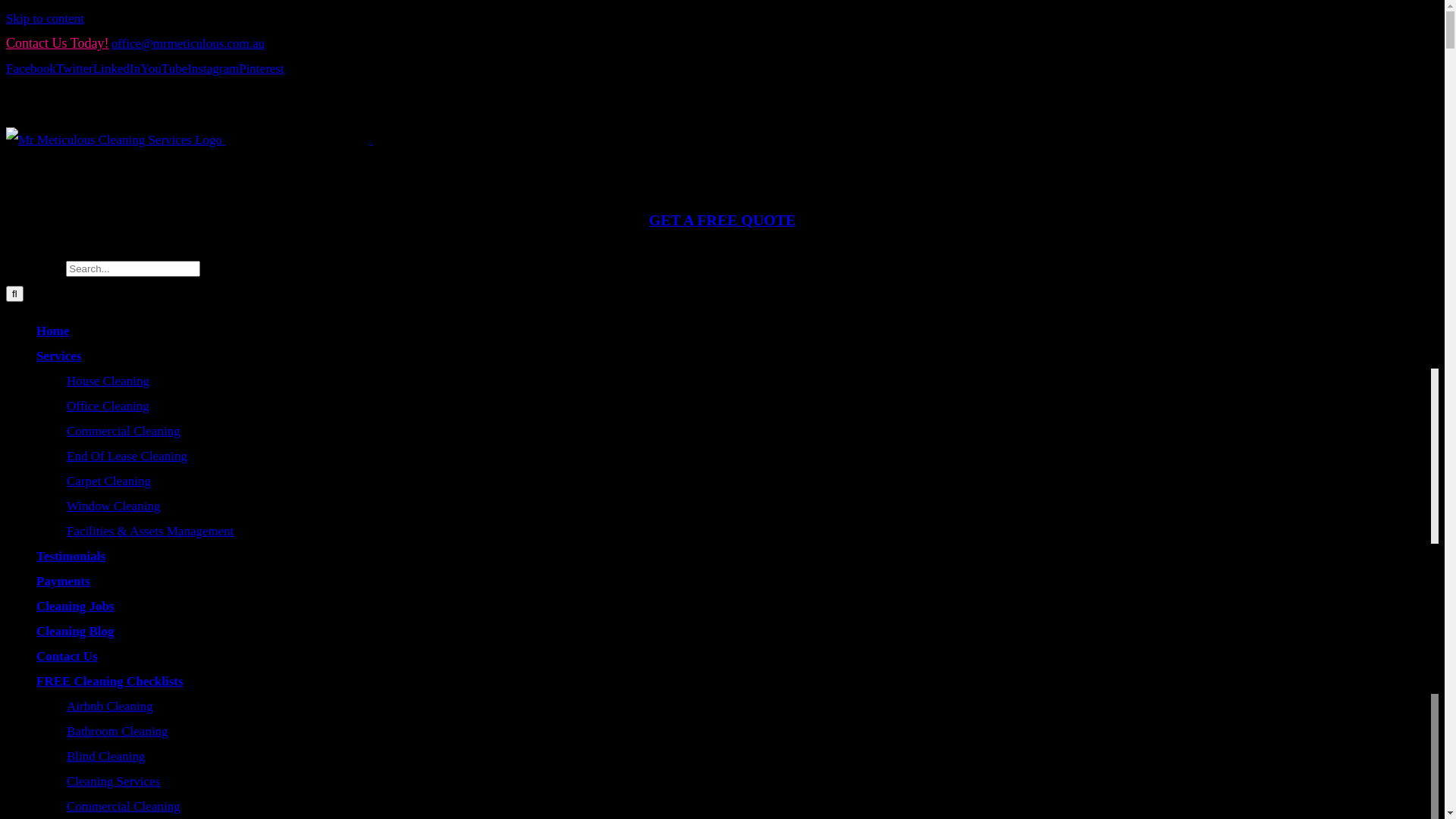  Describe the element at coordinates (36, 680) in the screenshot. I see `'FREE Cleaning Checklists'` at that location.